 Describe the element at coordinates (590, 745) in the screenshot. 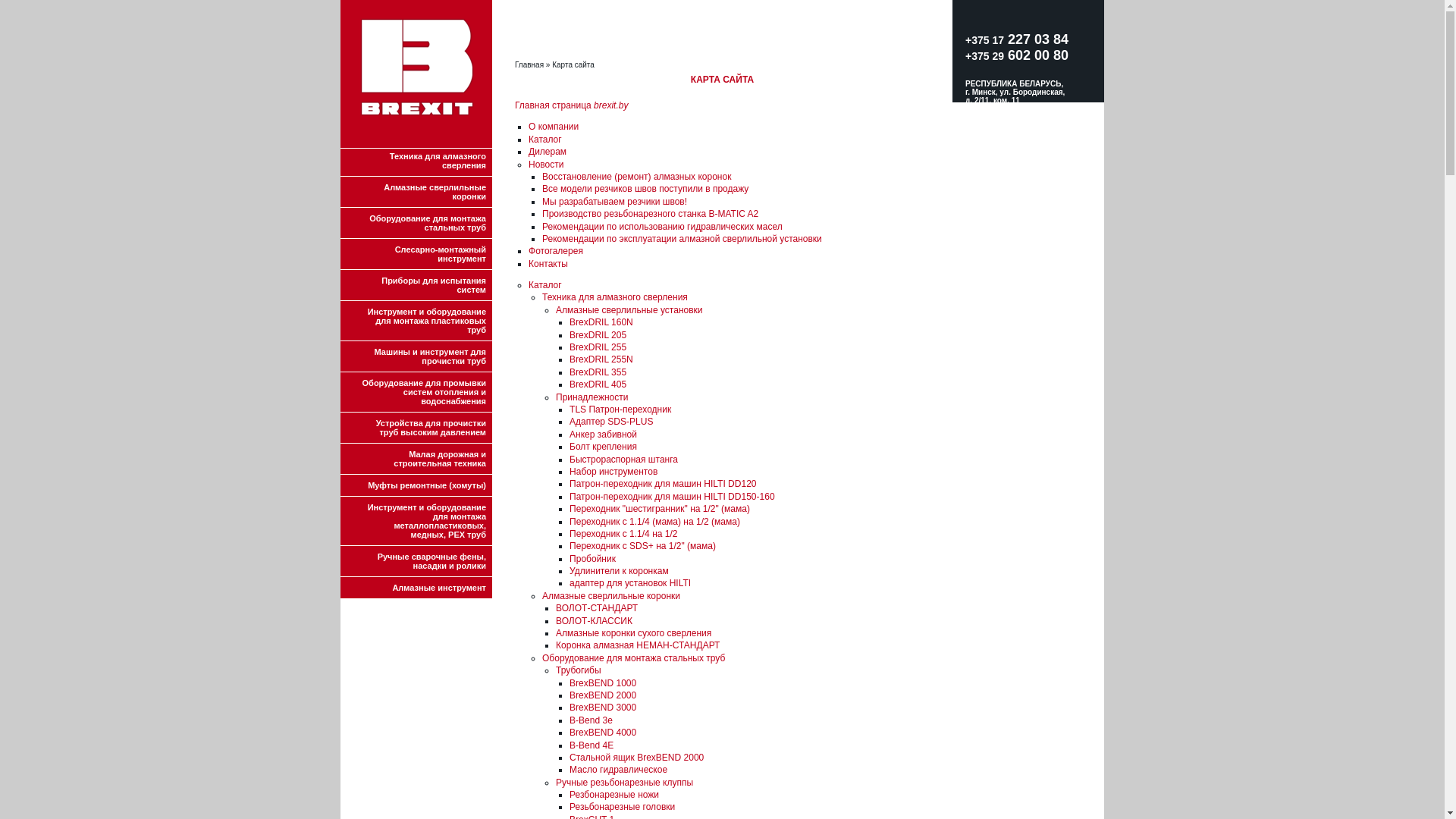

I see `'B-Bend 4E'` at that location.